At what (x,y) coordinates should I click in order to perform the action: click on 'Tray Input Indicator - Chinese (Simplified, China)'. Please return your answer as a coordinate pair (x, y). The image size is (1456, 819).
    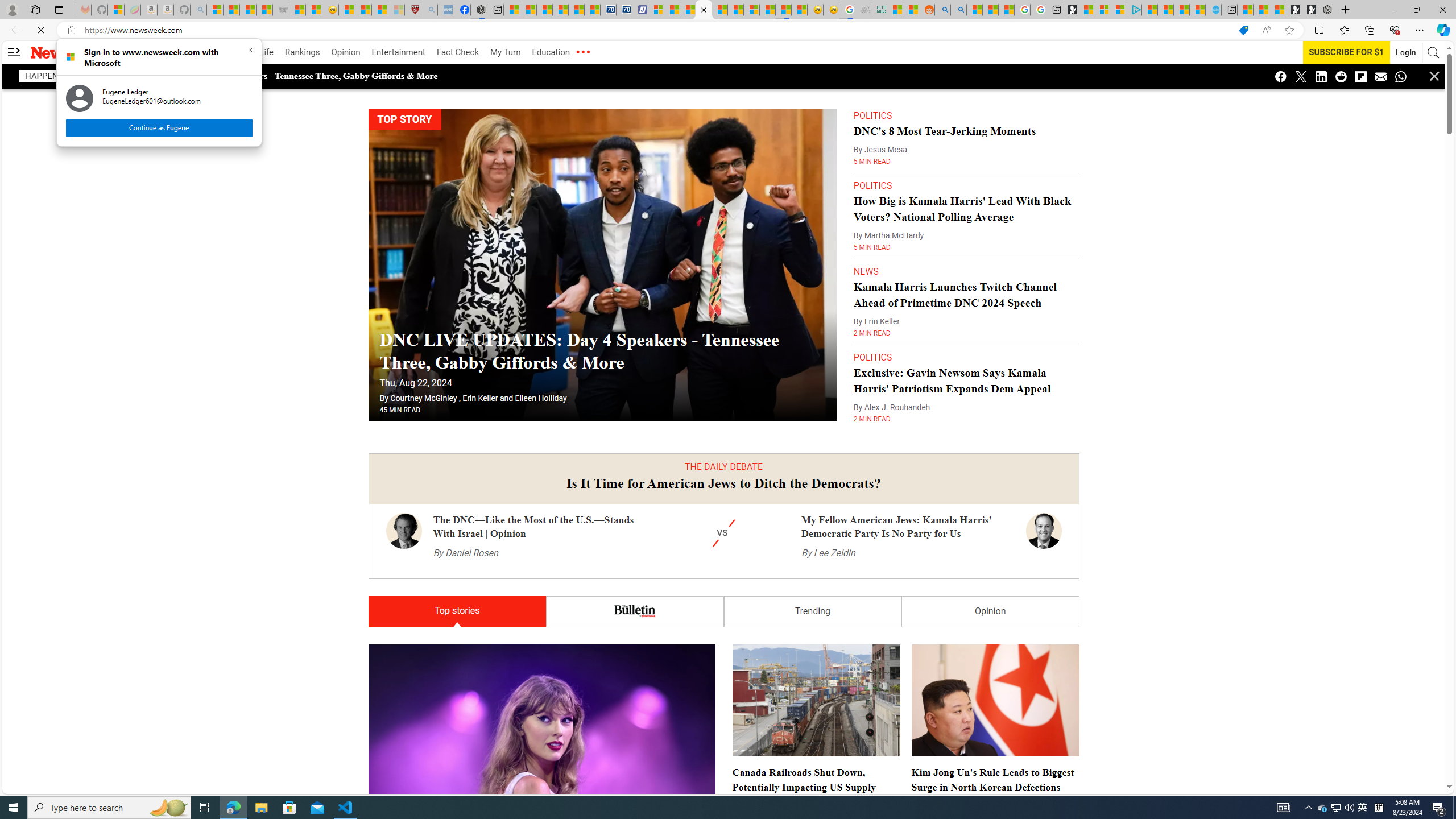
    Looking at the image, I should click on (1379, 806).